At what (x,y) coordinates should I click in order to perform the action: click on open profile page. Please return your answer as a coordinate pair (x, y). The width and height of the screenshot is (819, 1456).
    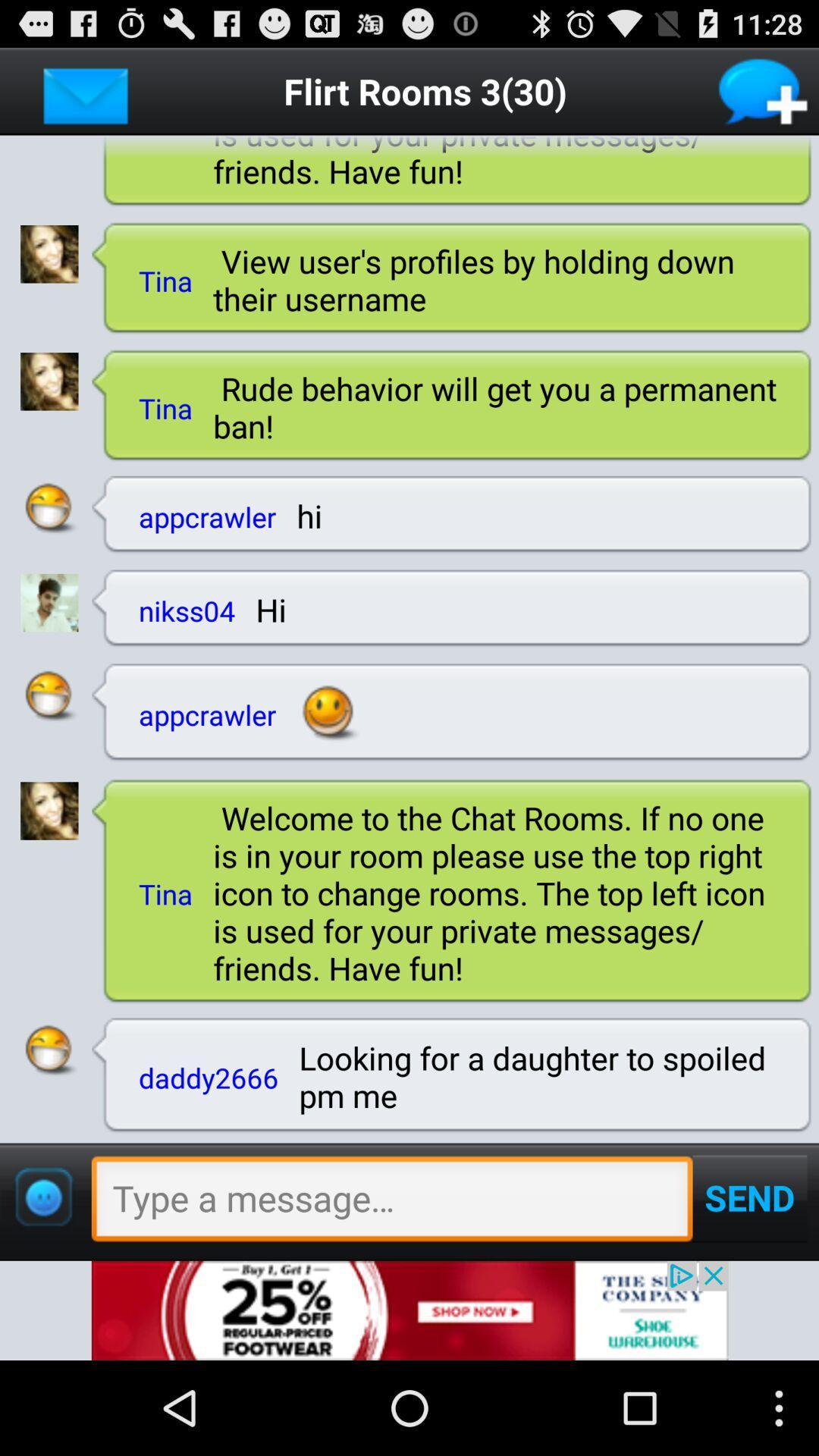
    Looking at the image, I should click on (49, 810).